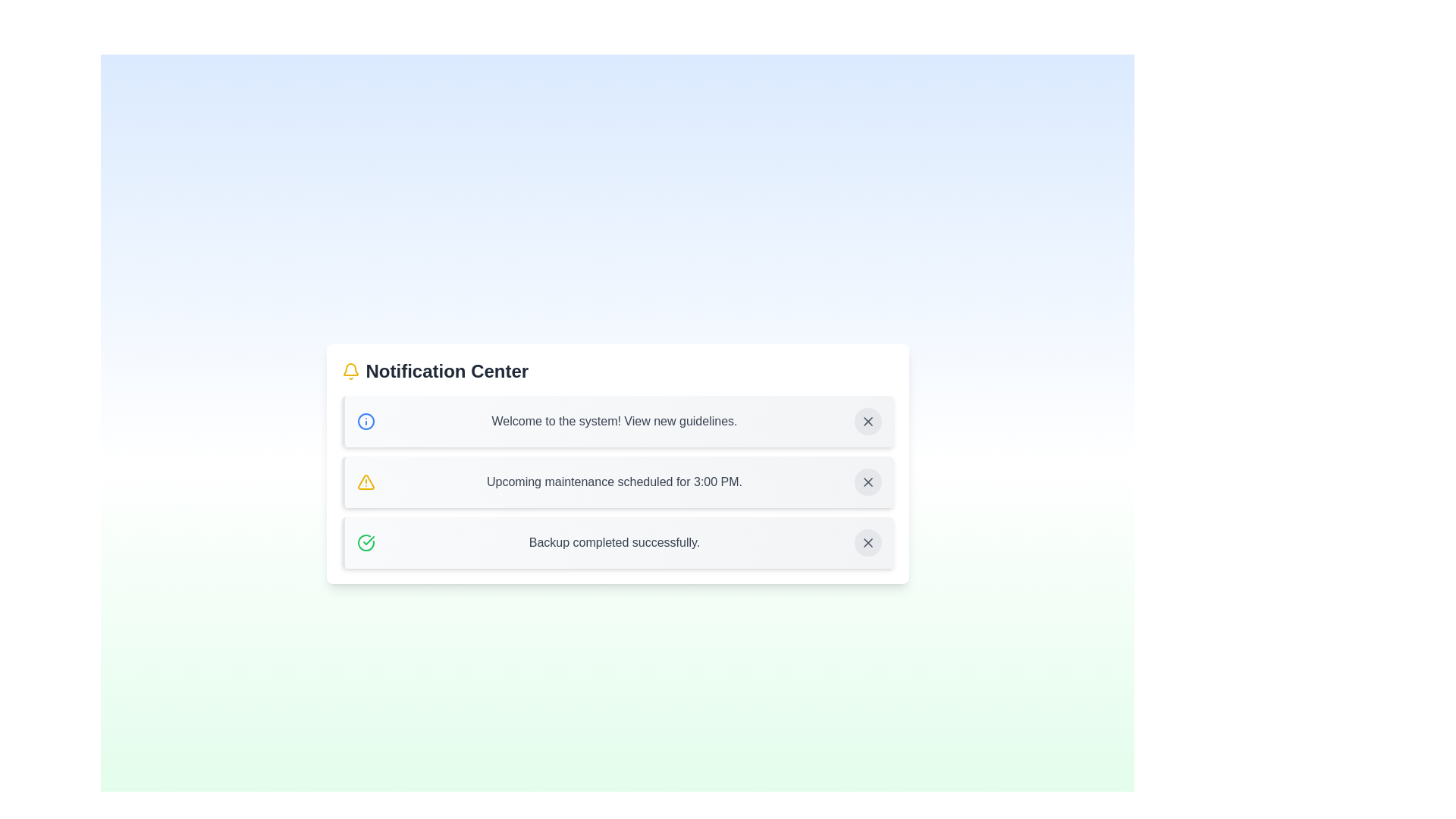 The image size is (1456, 819). What do you see at coordinates (868, 482) in the screenshot?
I see `the small 'X' icon located at the far-right of the second notification block stating 'Upcoming maintenance scheduled for 3:00 PM'` at bounding box center [868, 482].